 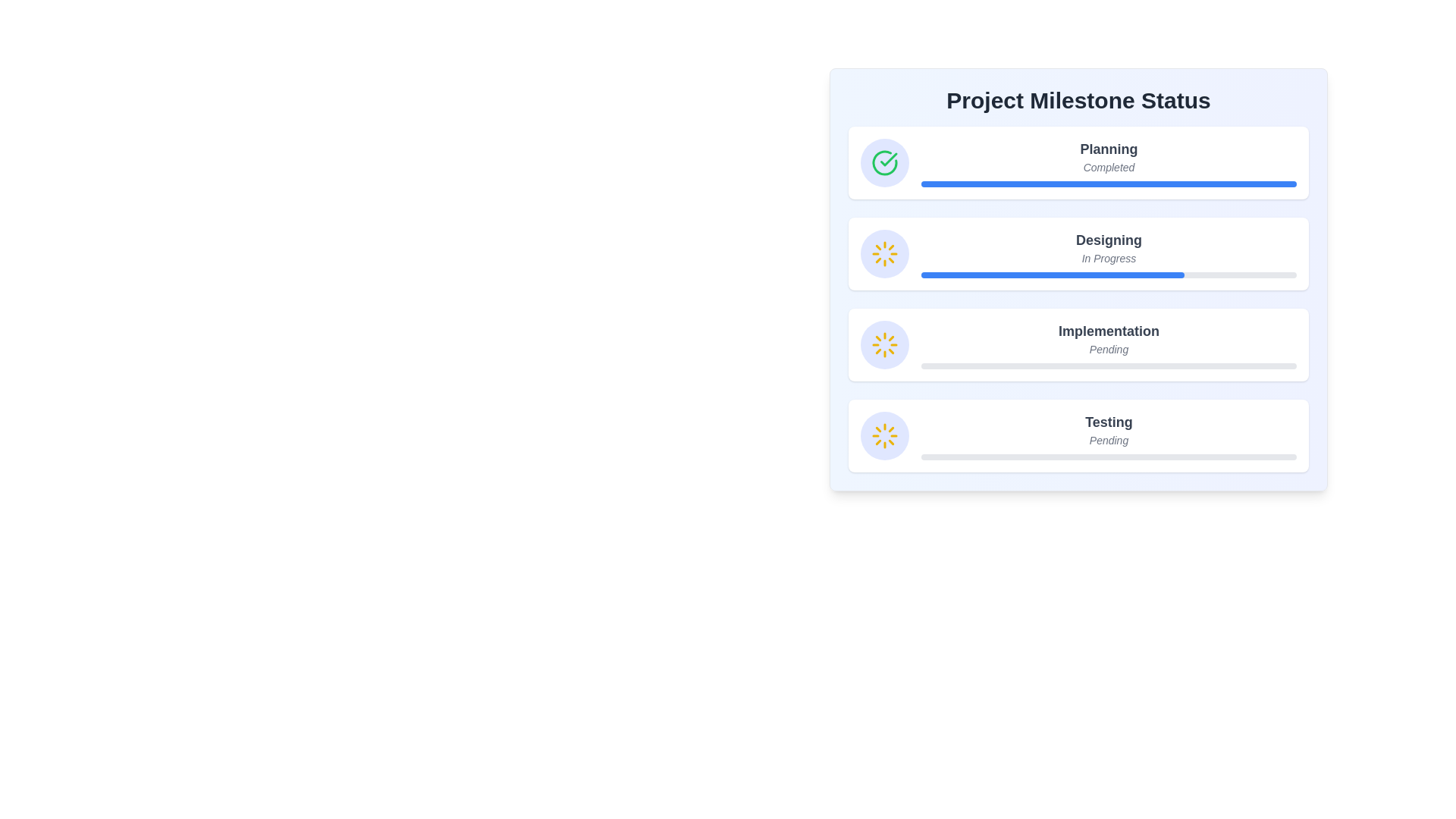 I want to click on the green checkmark icon that represents a completed status, located in the 'Project Milestone Status' section to the left of the 'Planning' milestone item, so click(x=889, y=159).